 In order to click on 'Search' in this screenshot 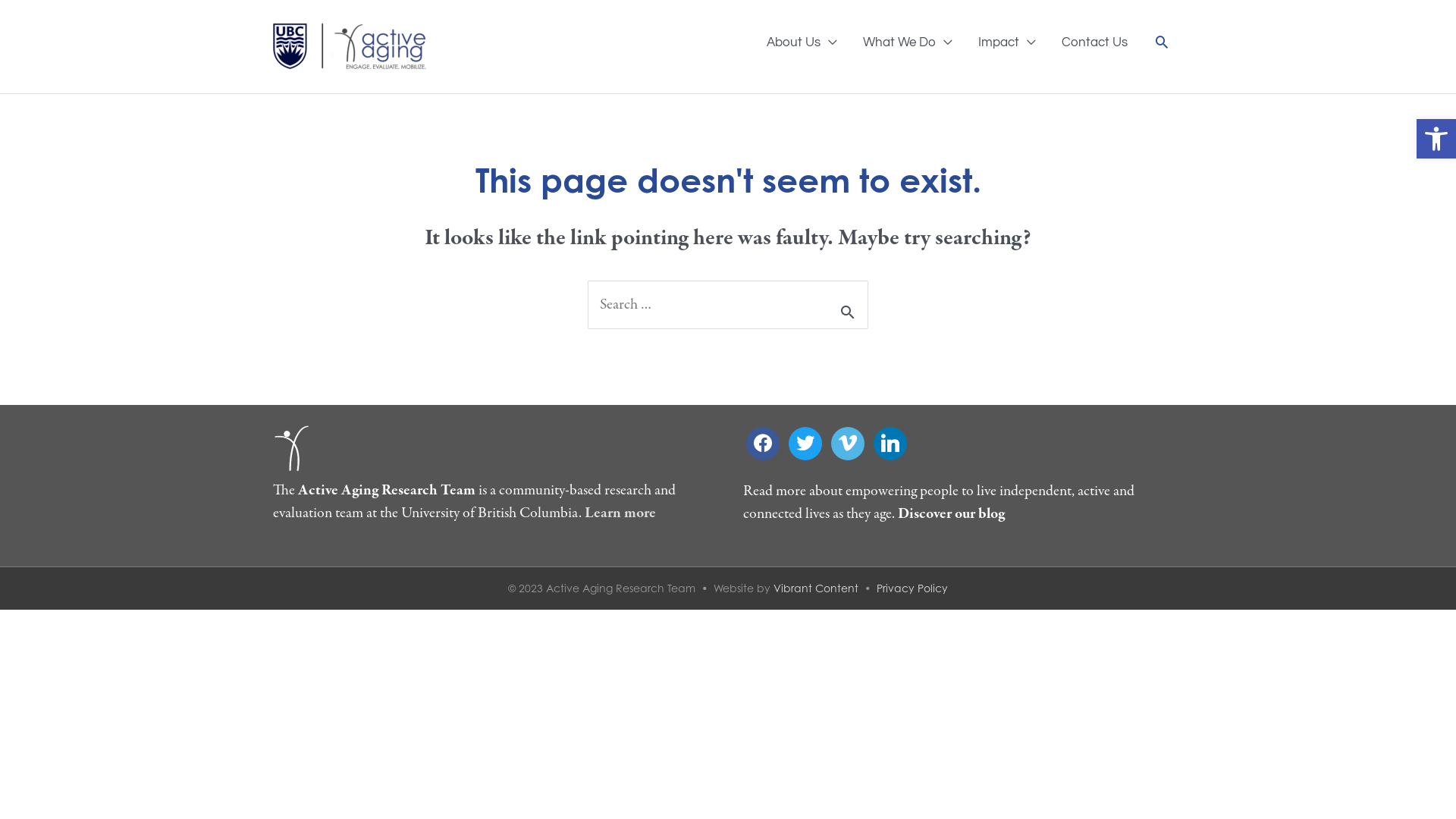, I will do `click(1160, 40)`.